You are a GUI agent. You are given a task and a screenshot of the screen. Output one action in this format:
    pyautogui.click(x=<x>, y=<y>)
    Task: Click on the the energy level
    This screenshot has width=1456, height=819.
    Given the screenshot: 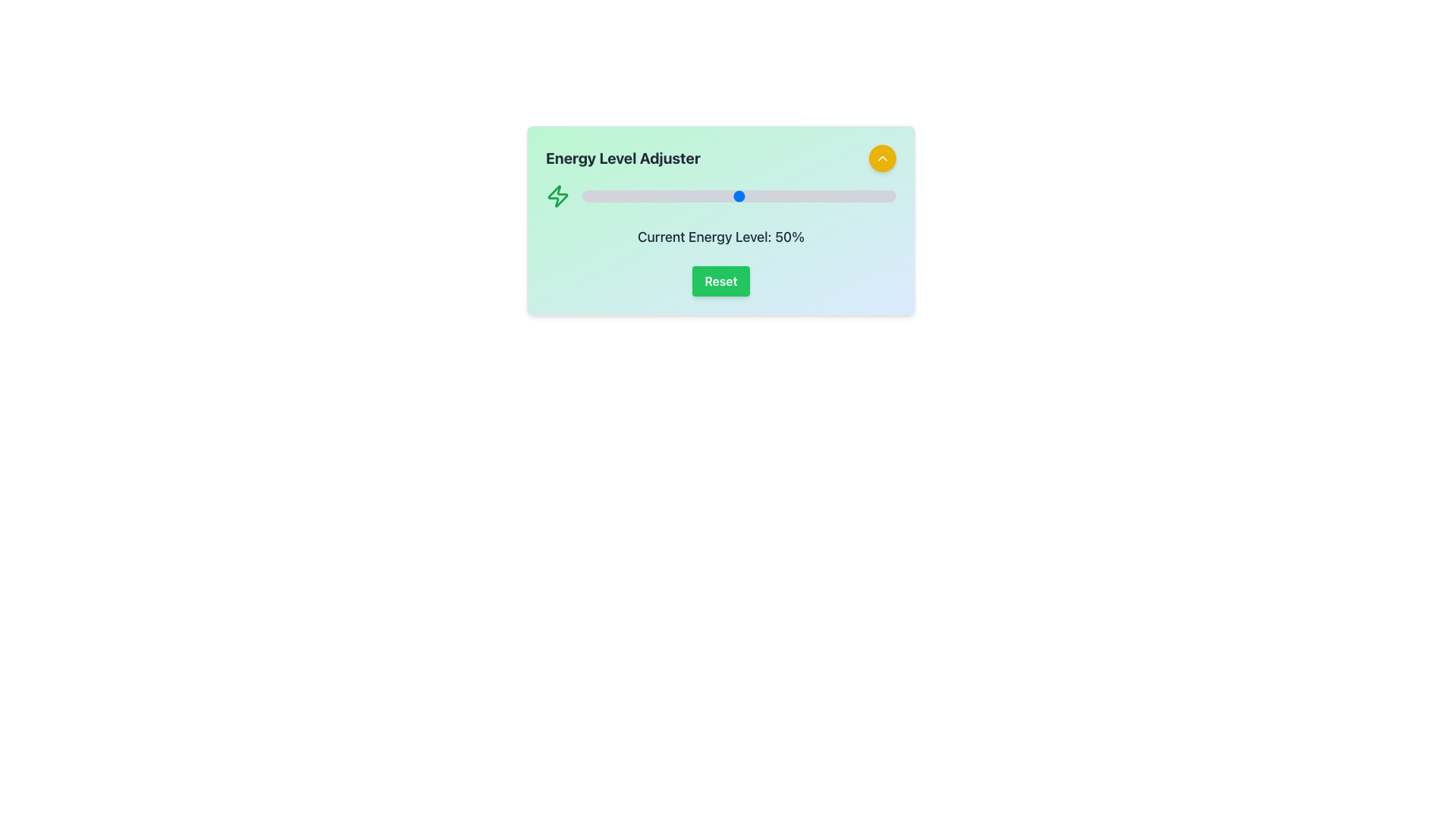 What is the action you would take?
    pyautogui.click(x=710, y=195)
    